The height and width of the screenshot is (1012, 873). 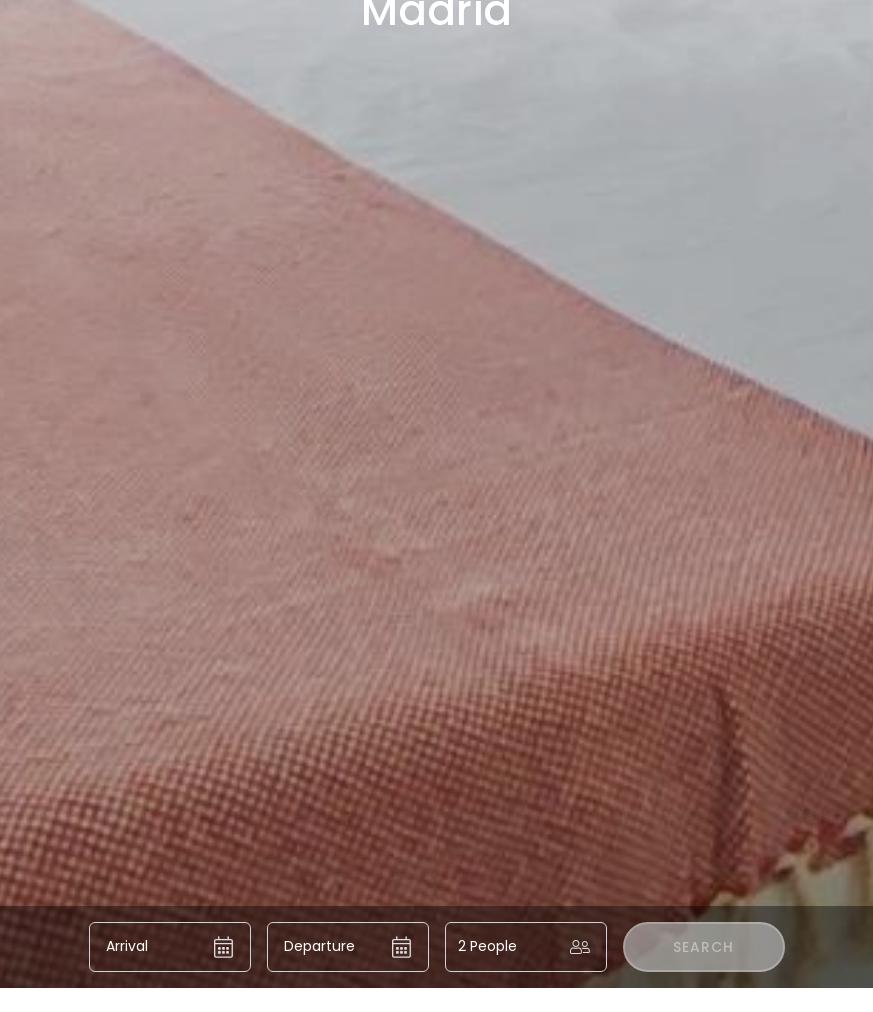 What do you see at coordinates (258, 574) in the screenshot?
I see `'DFLAT Escultor Madrid Apartments:'` at bounding box center [258, 574].